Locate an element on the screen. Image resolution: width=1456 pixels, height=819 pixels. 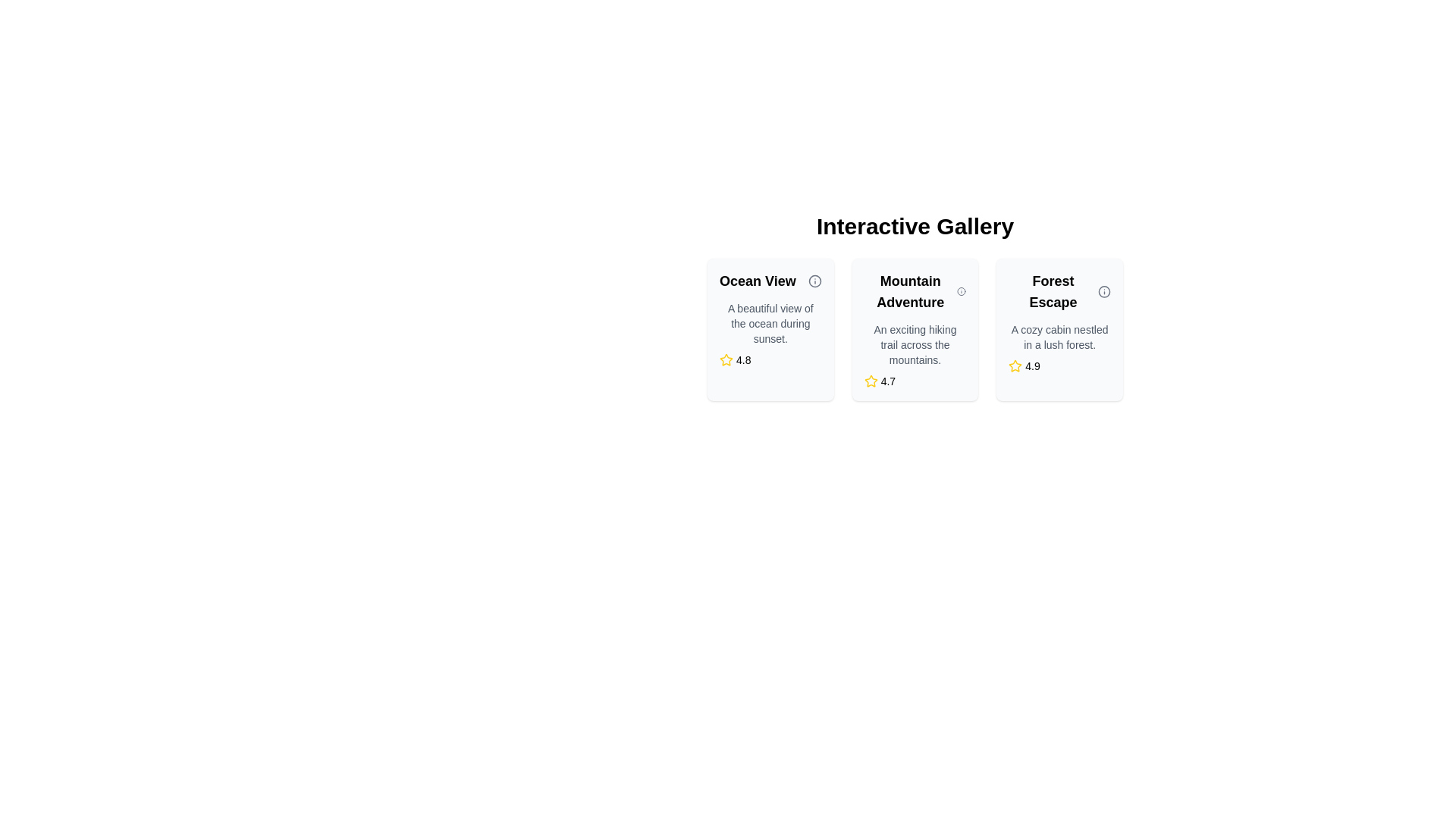
the static star rating indicator icon, which is yellow and visually prominent, located in the 'Forest Escape' card below the title and description is located at coordinates (1015, 366).